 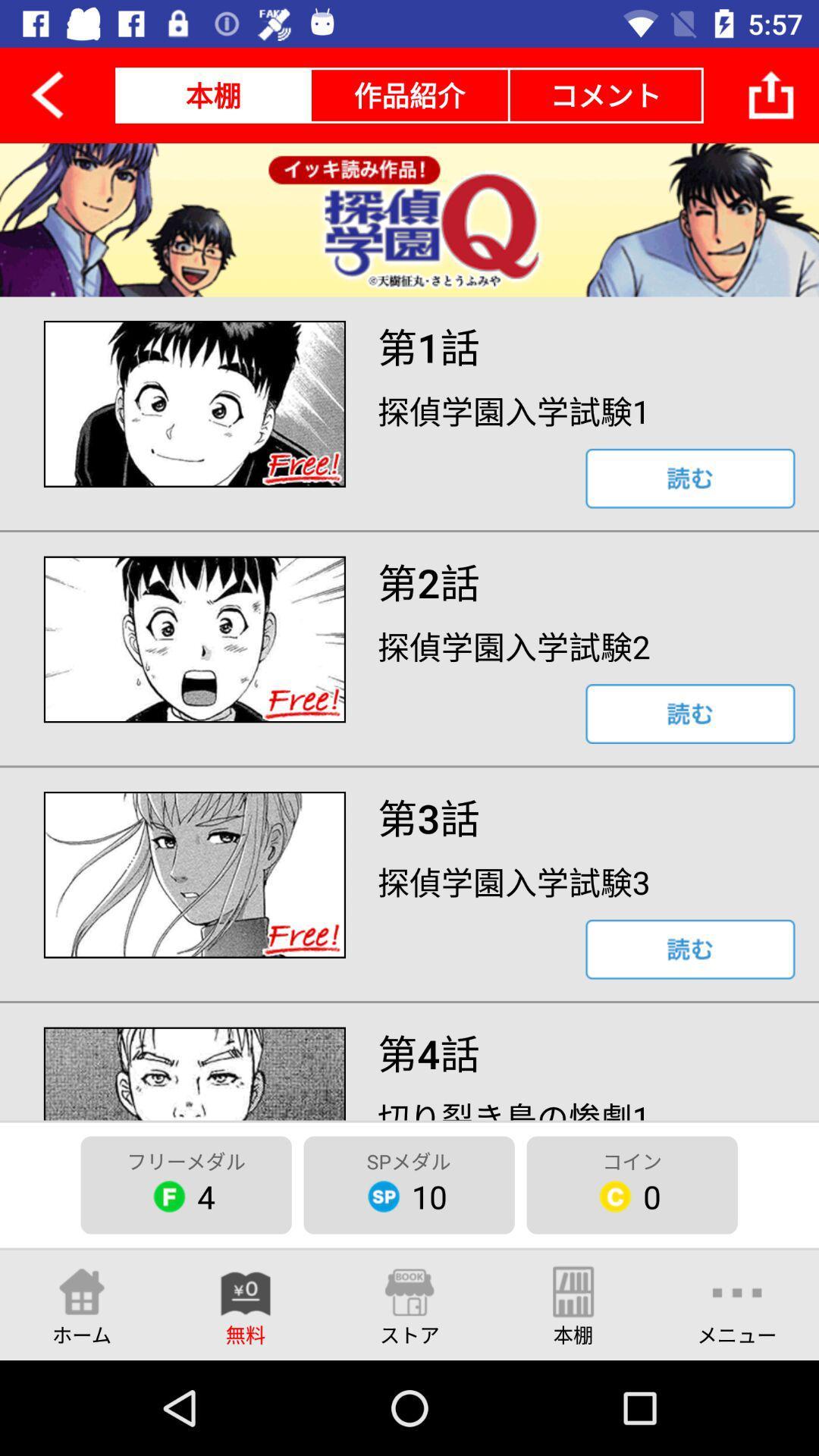 I want to click on icon below 0 item, so click(x=736, y=1304).